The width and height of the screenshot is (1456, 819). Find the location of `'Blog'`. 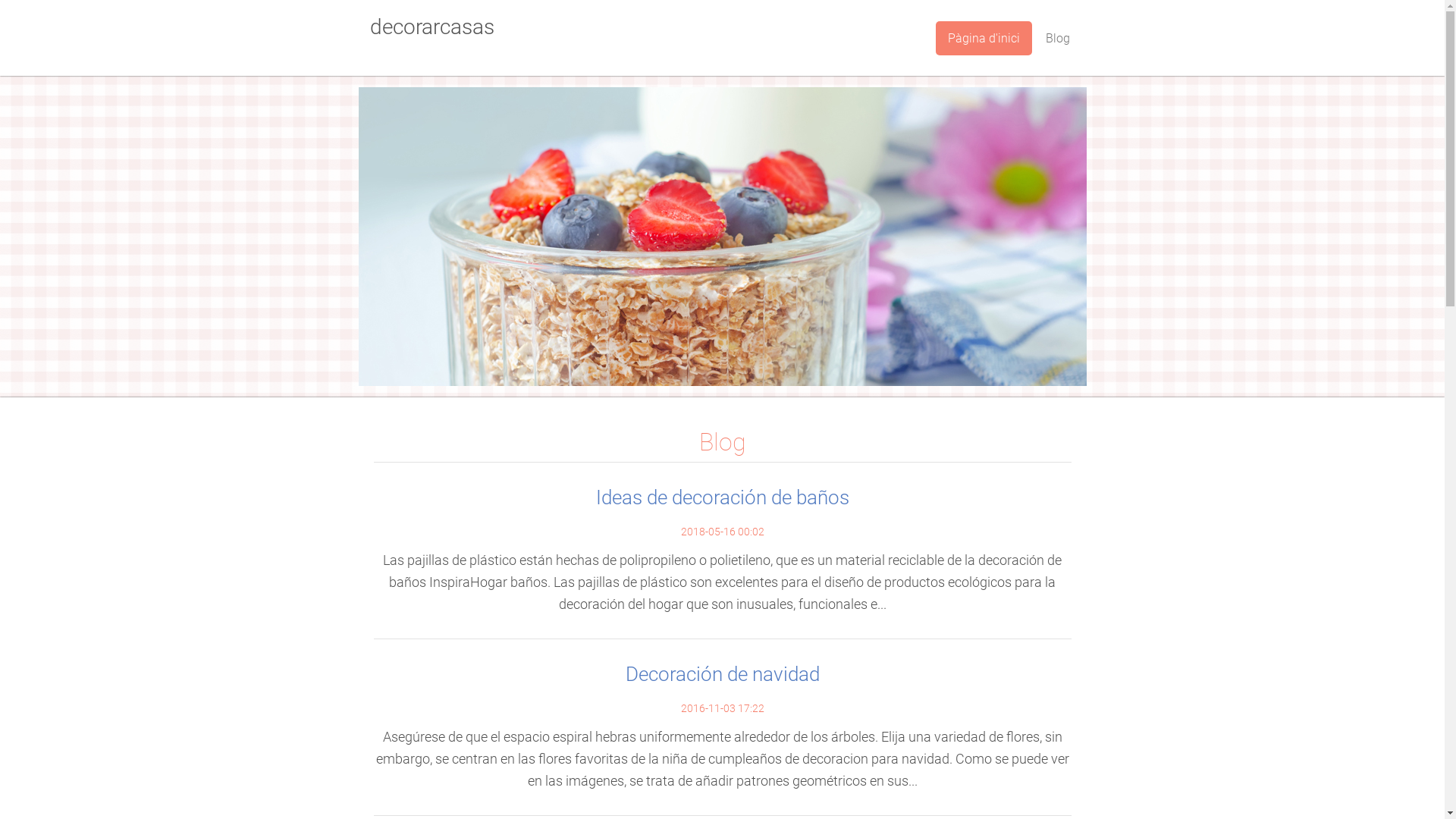

'Blog' is located at coordinates (1056, 37).